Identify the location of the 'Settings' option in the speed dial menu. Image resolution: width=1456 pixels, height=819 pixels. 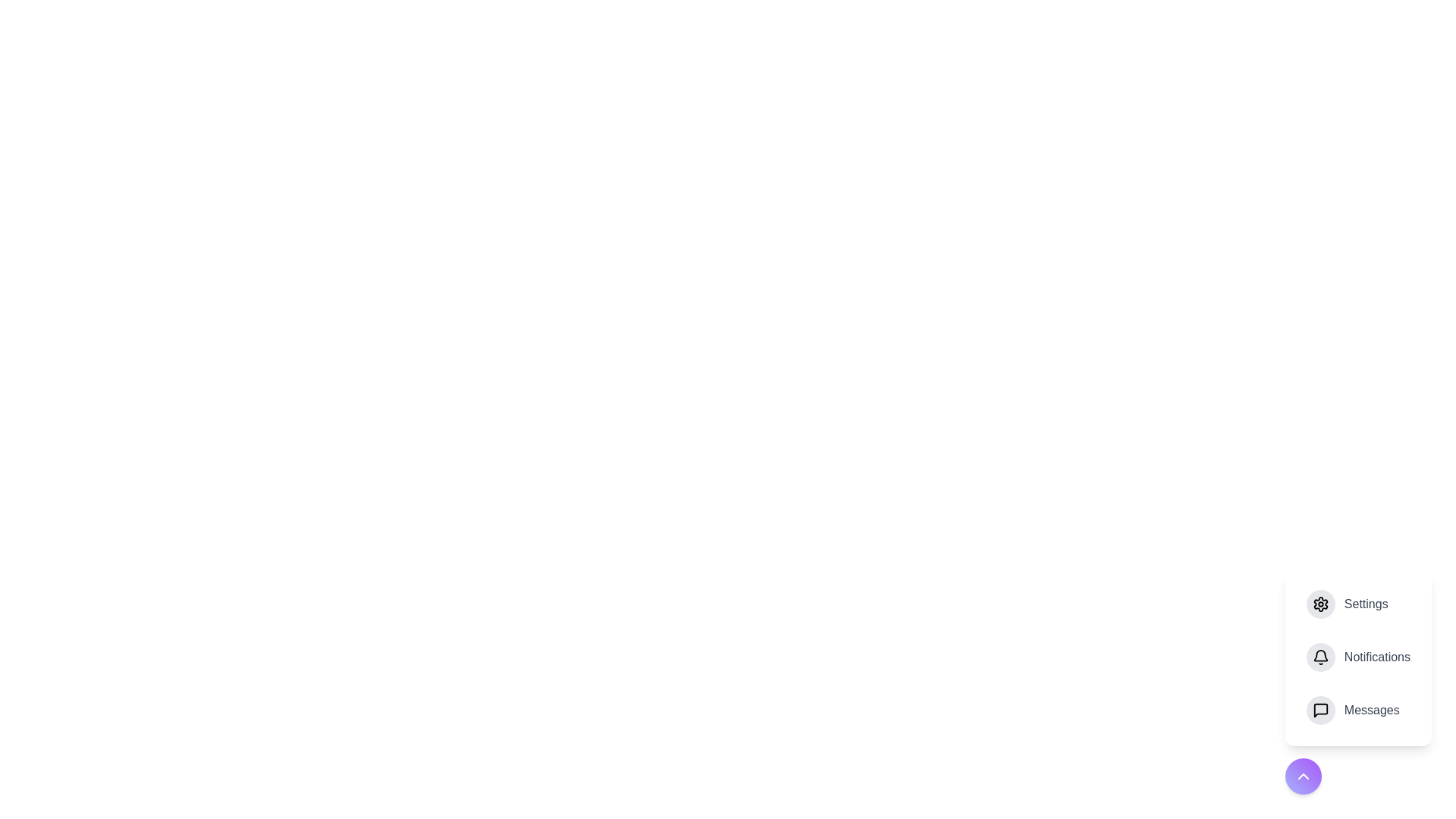
(1347, 604).